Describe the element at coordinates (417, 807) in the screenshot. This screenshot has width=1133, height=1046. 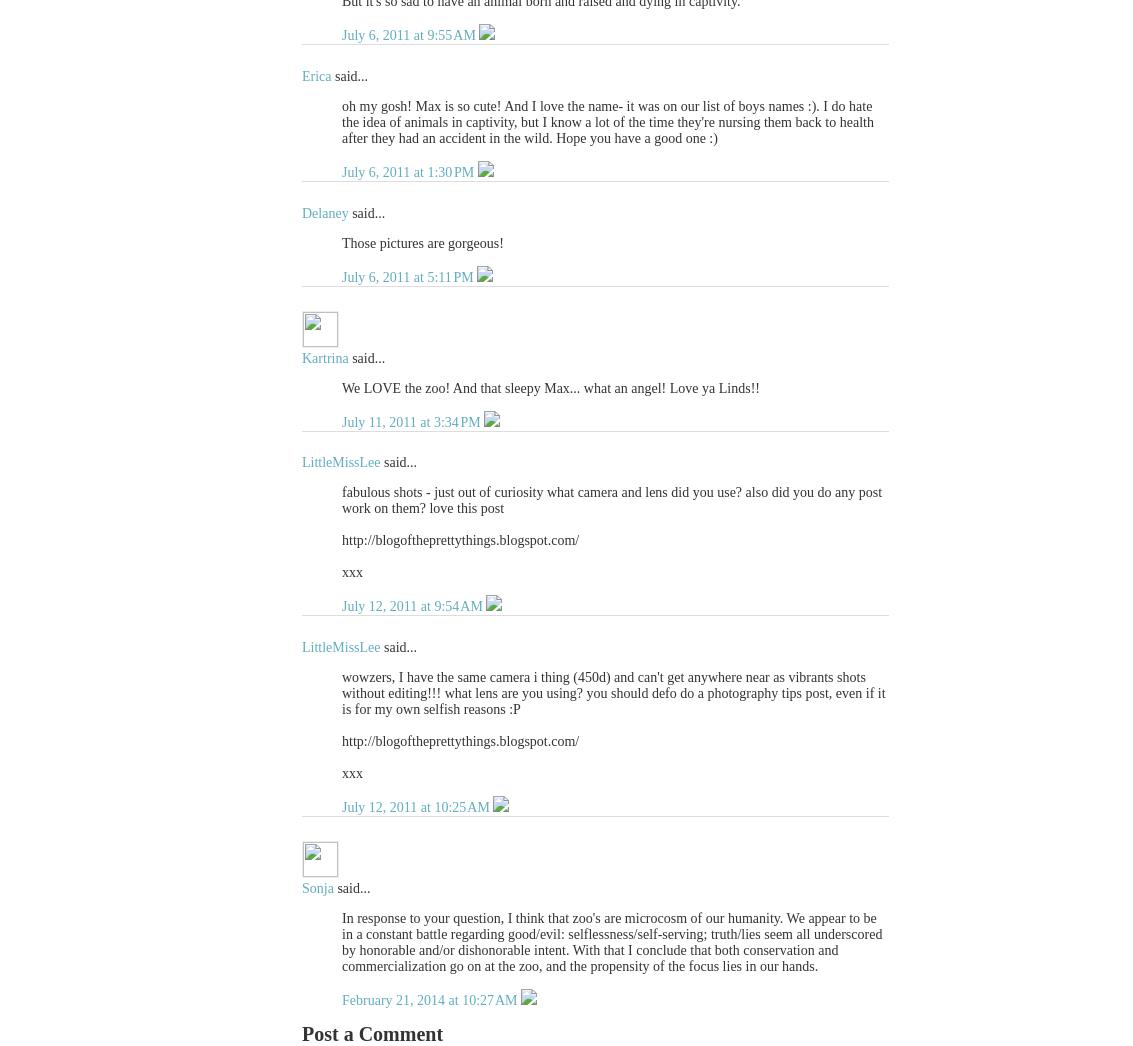
I see `'July 12, 2011 at 10:25 AM'` at that location.